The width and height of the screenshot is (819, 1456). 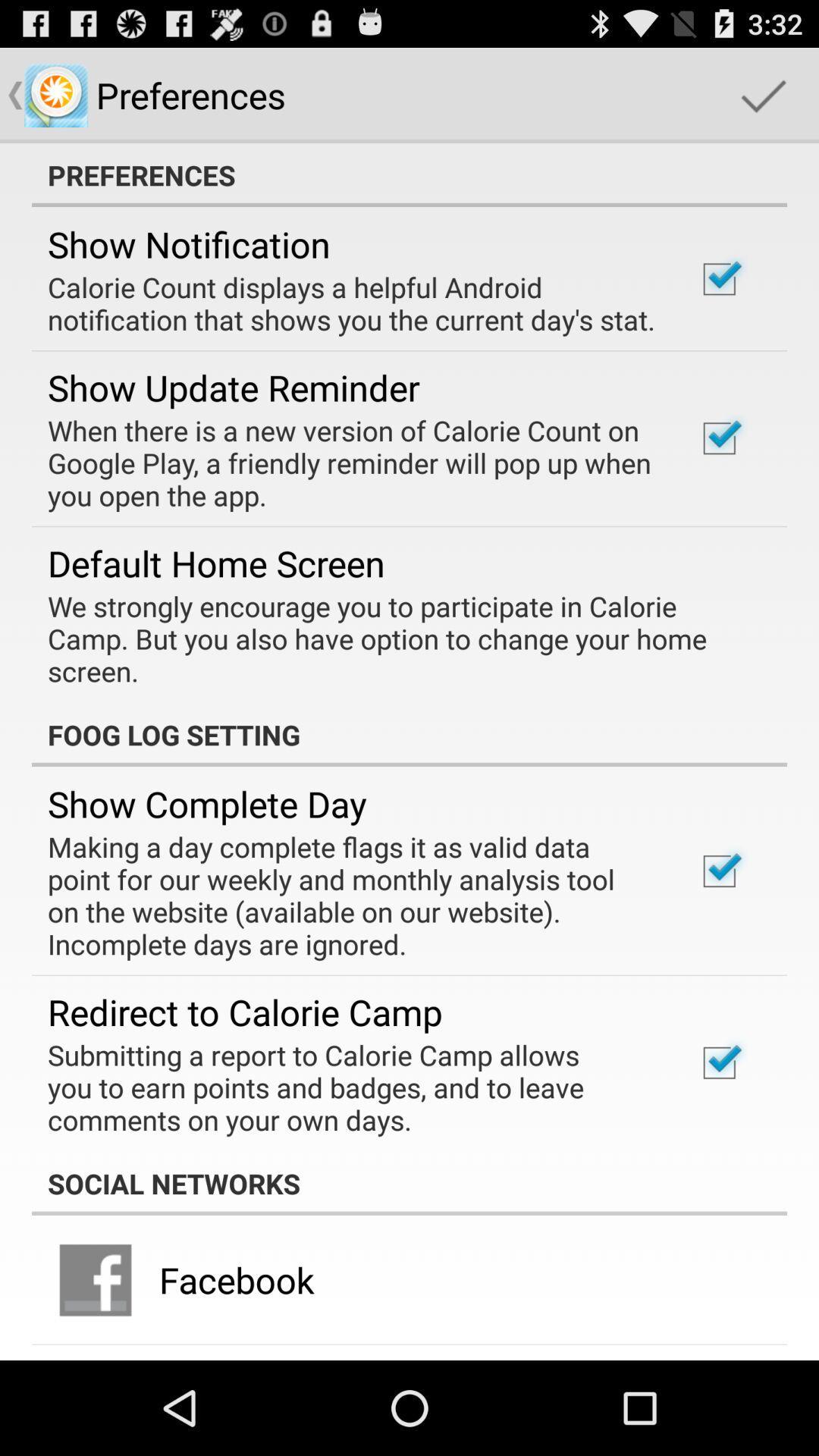 I want to click on the item below the redirect to calorie item, so click(x=351, y=1087).